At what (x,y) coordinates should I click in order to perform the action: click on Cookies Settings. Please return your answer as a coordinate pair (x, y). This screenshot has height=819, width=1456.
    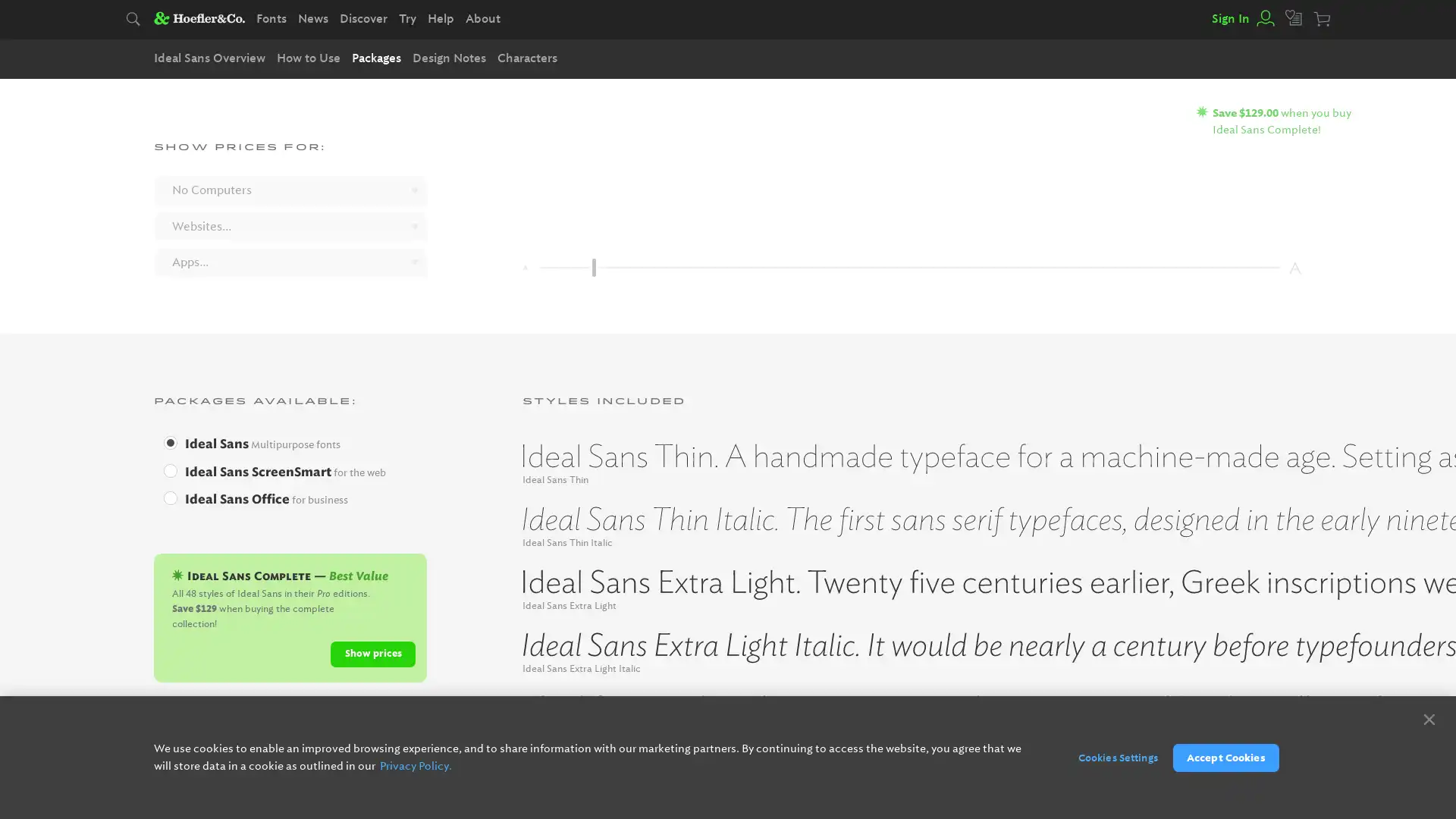
    Looking at the image, I should click on (1109, 757).